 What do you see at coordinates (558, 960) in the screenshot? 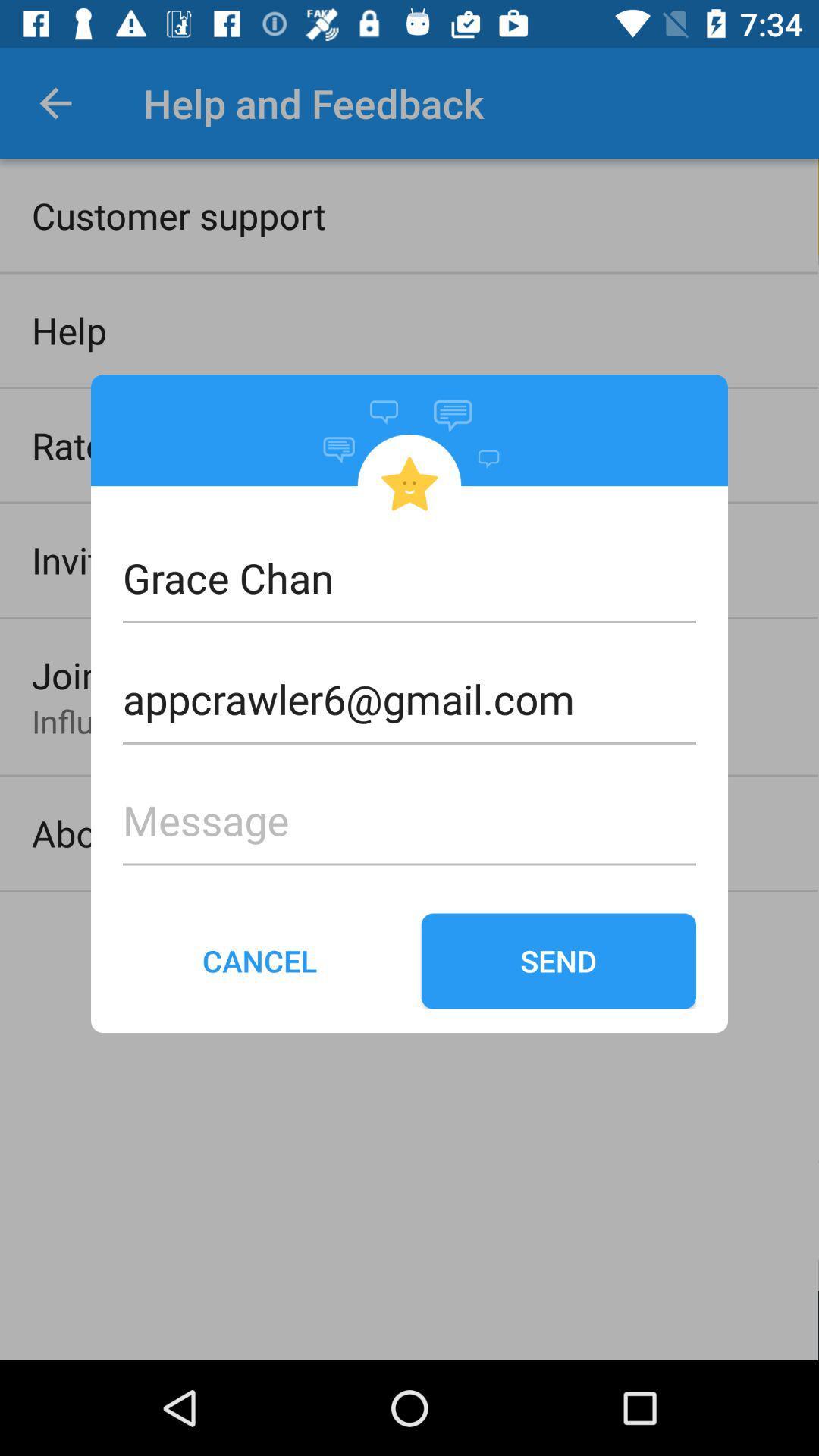
I see `send` at bounding box center [558, 960].